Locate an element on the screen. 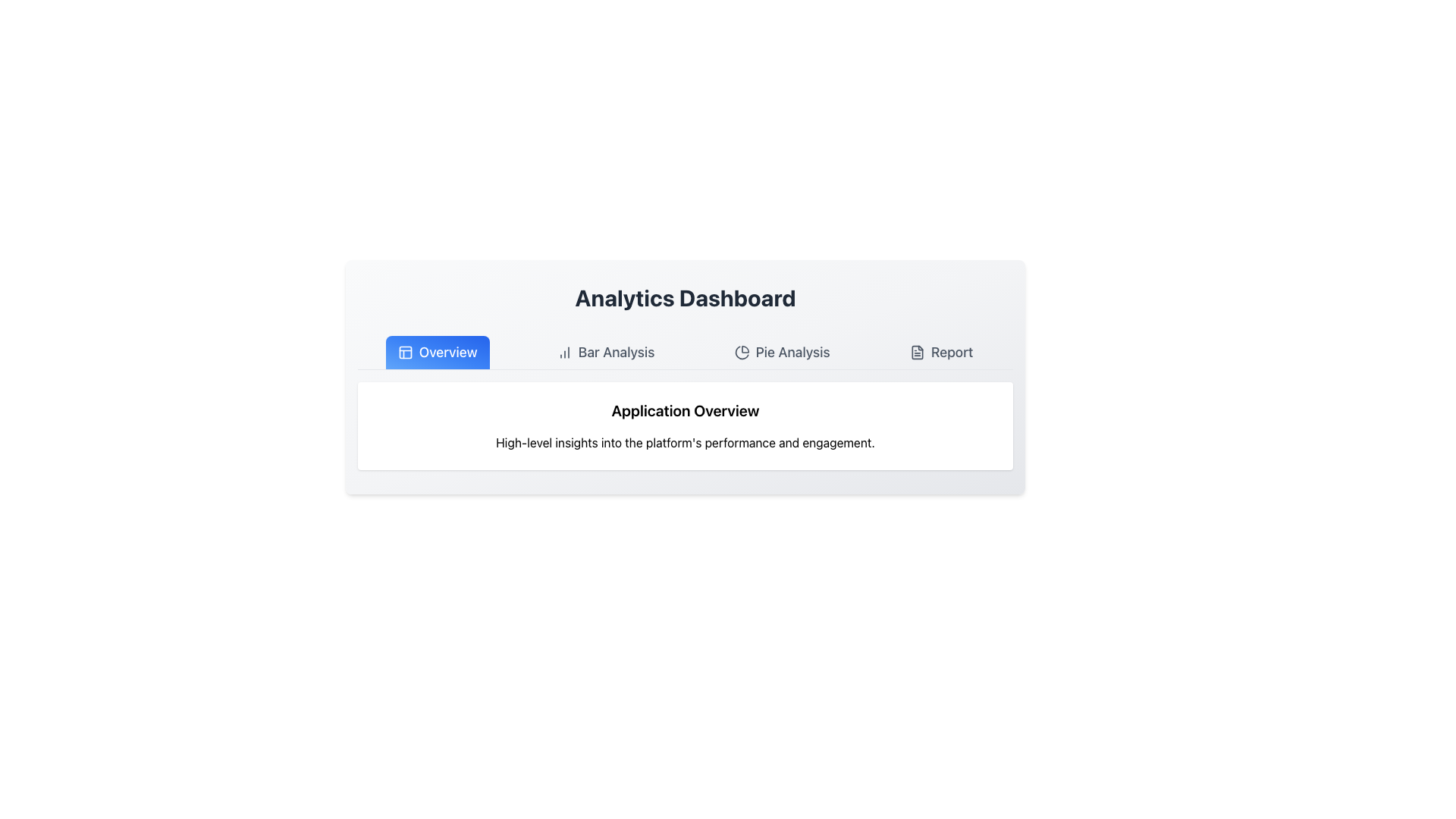  the pie chart icon located to the left of the 'Pie Analysis' text in the navigation bar, which is the third navigation item is located at coordinates (742, 353).